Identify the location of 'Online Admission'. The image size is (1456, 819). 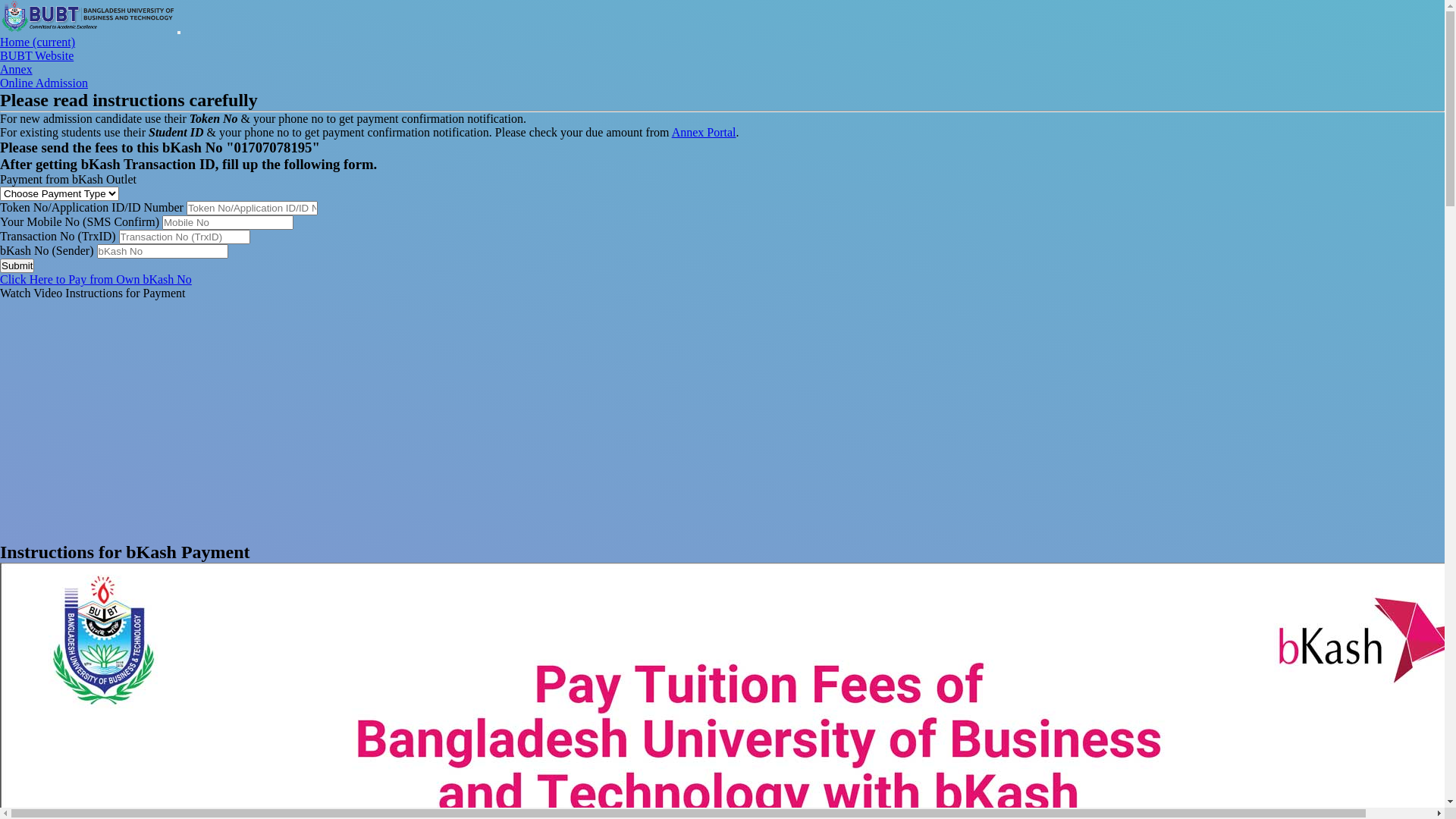
(43, 83).